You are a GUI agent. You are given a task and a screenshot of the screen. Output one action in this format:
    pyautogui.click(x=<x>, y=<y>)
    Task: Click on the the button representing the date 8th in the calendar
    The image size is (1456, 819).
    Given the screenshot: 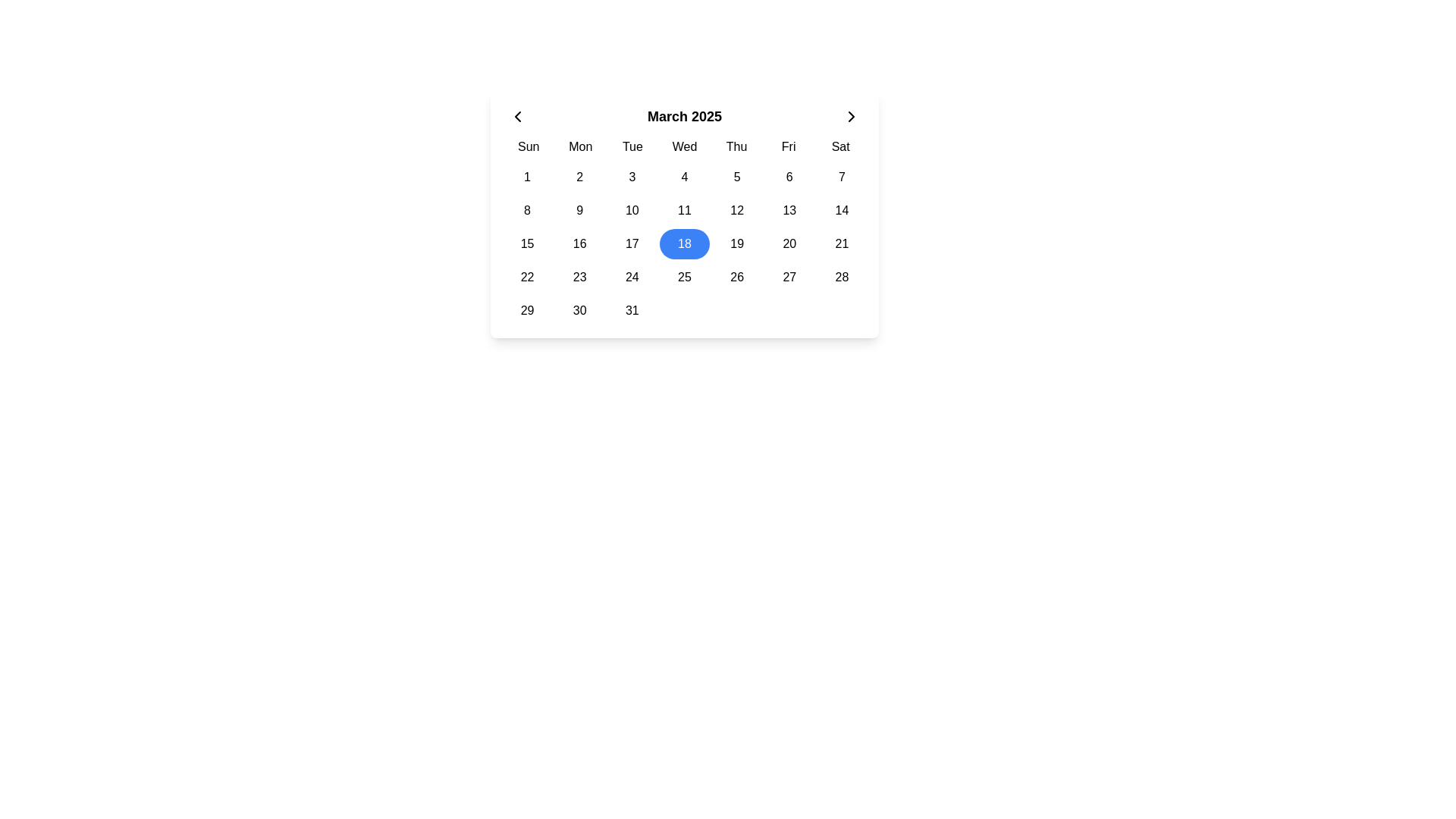 What is the action you would take?
    pyautogui.click(x=527, y=210)
    